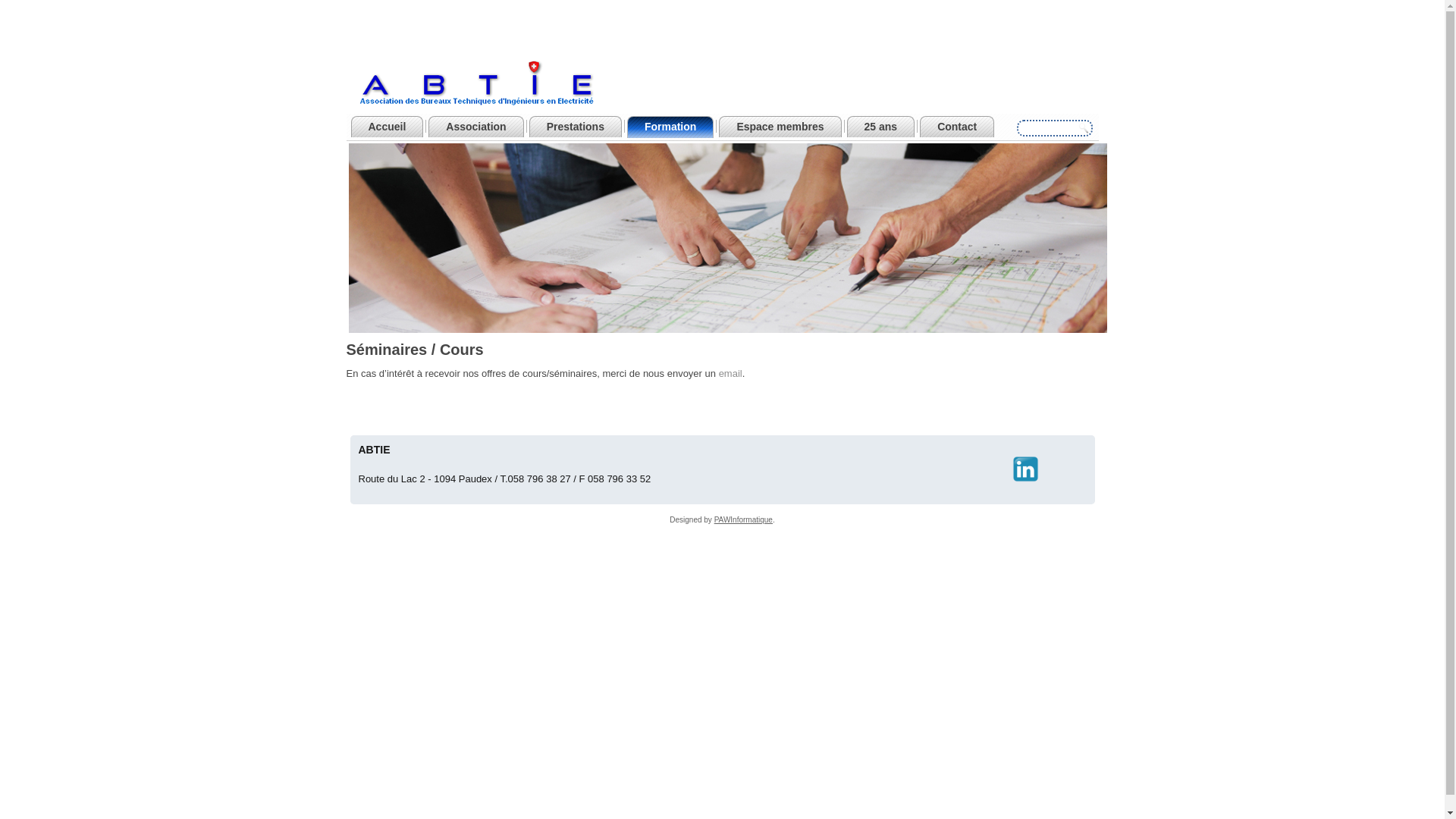 This screenshot has width=1456, height=819. Describe the element at coordinates (574, 125) in the screenshot. I see `'Prestations'` at that location.